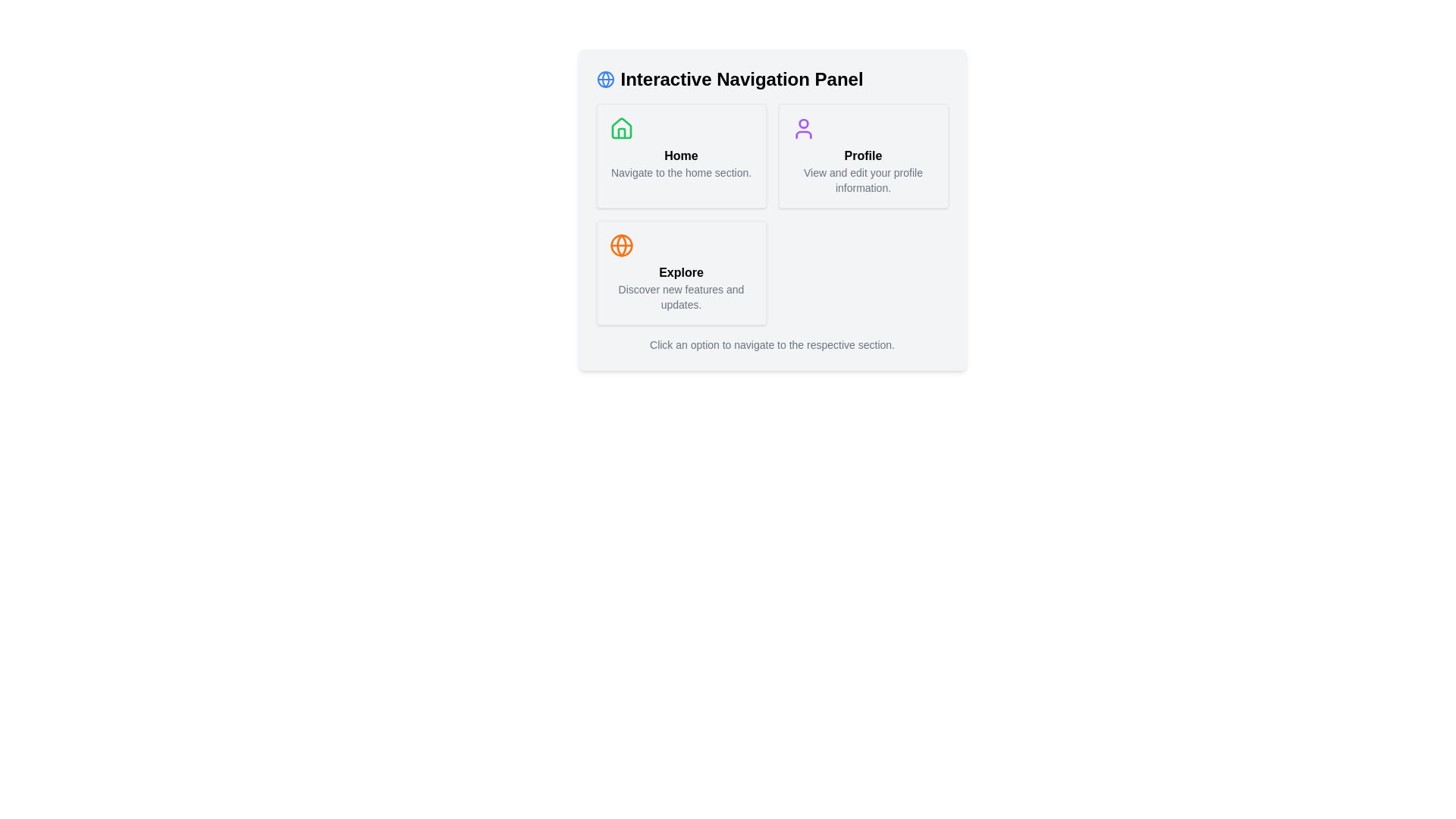 The width and height of the screenshot is (1456, 819). I want to click on the SVG graphical circle that is part of the decorative design of the globe icon located at the top-left corner of the navigation panel, so click(621, 245).